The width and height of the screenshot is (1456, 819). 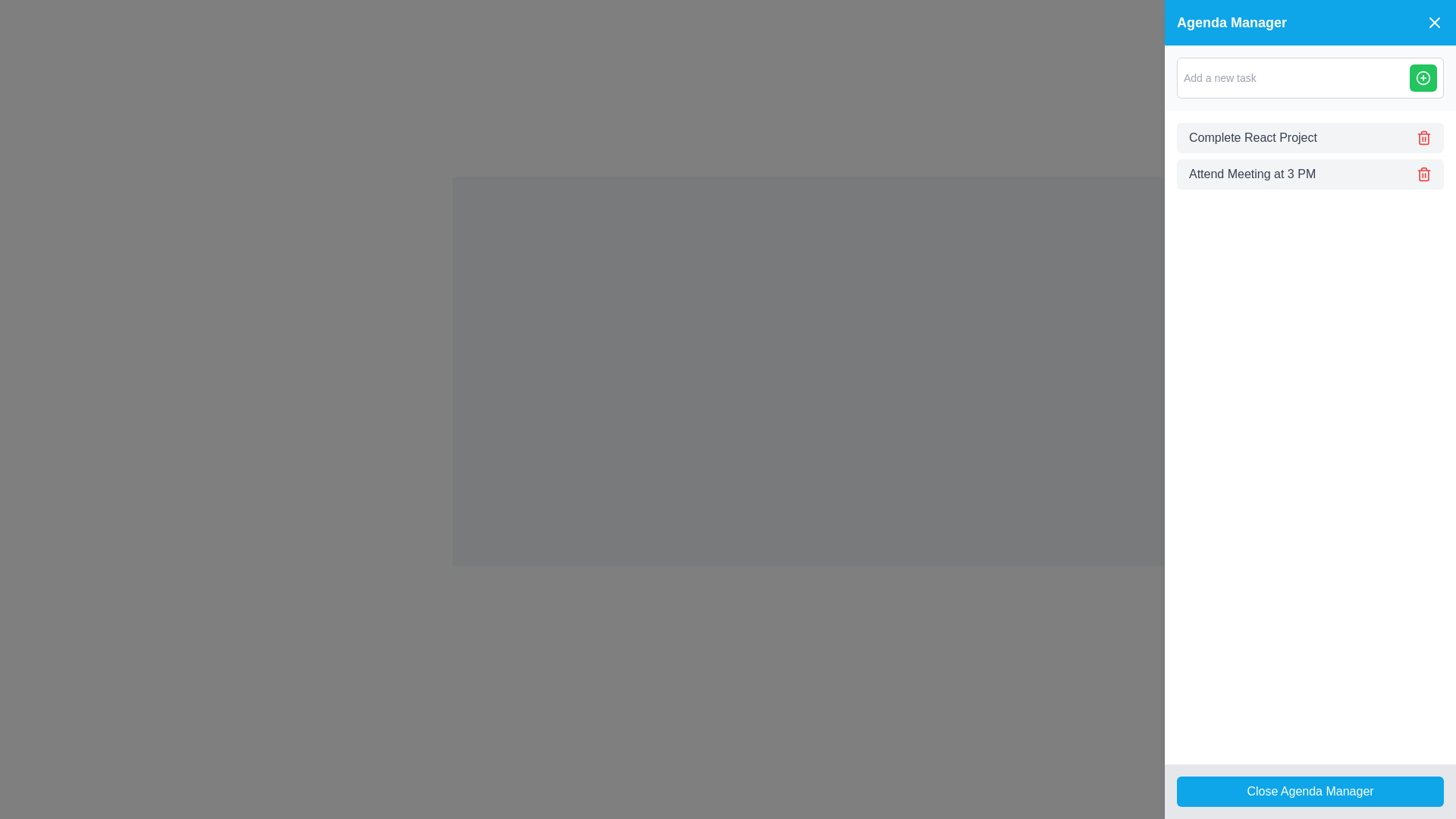 What do you see at coordinates (1253, 137) in the screenshot?
I see `the text label 'Complete React Project' in the 'Agenda Manager' section, which is styled in gray and is the first item in the vertically stacked list` at bounding box center [1253, 137].